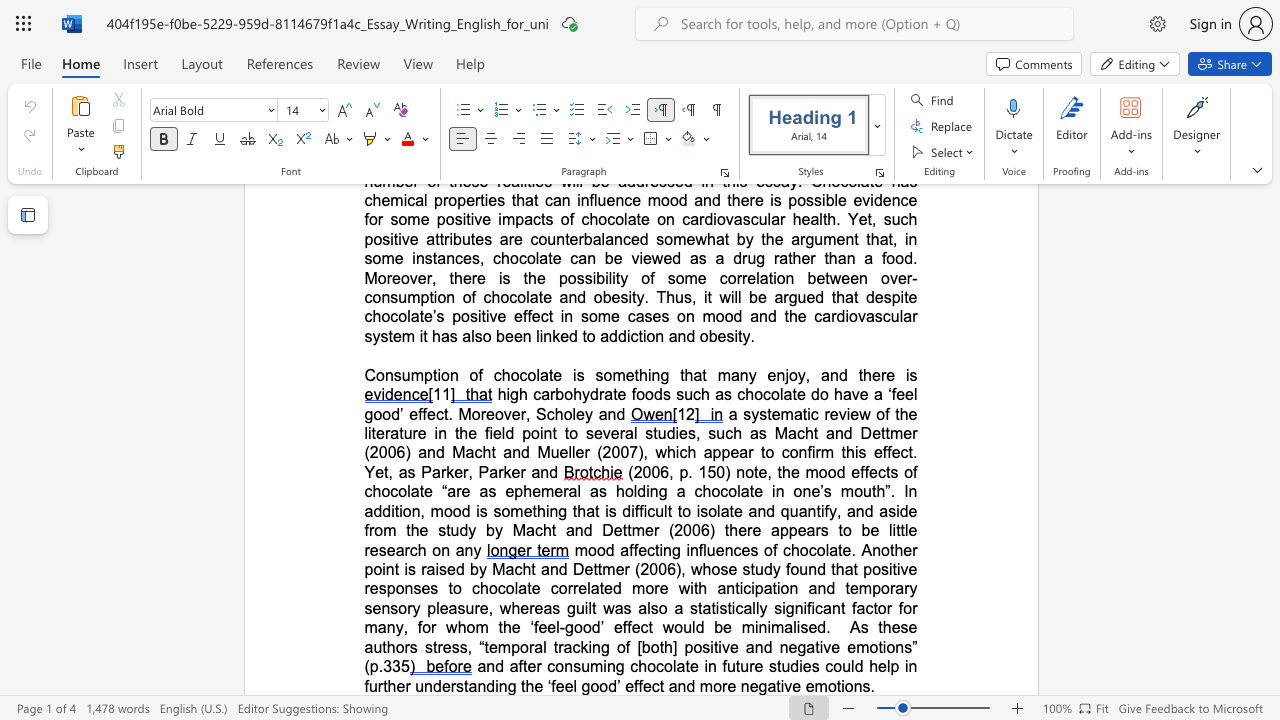 Image resolution: width=1280 pixels, height=720 pixels. I want to click on the subset text "ons." within the text "and after consuming chocolate in future studies could help in further understanding the ‘feel good’ effect and more negative emotions.", so click(844, 685).